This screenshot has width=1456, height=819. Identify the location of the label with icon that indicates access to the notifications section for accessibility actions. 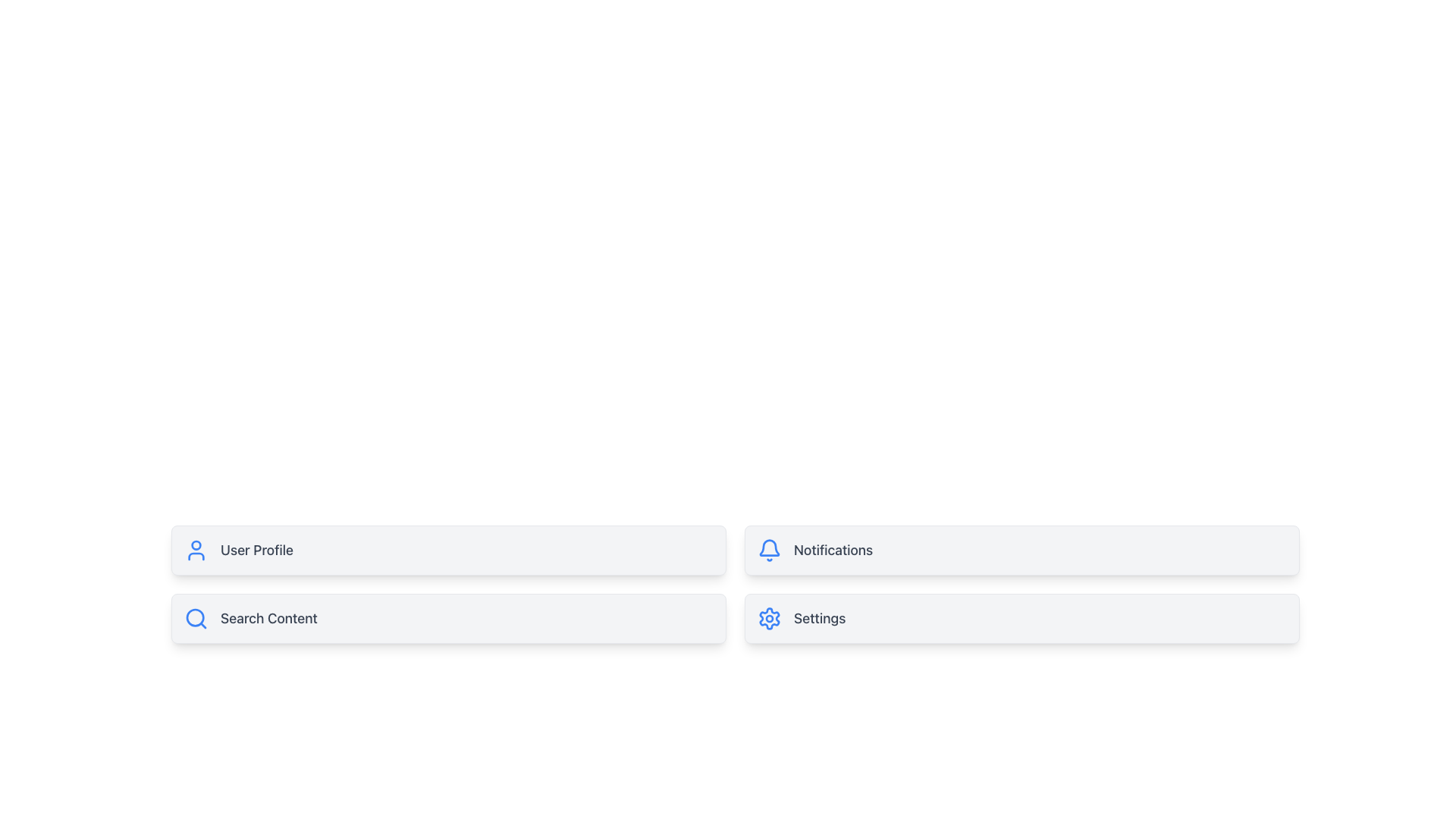
(1022, 550).